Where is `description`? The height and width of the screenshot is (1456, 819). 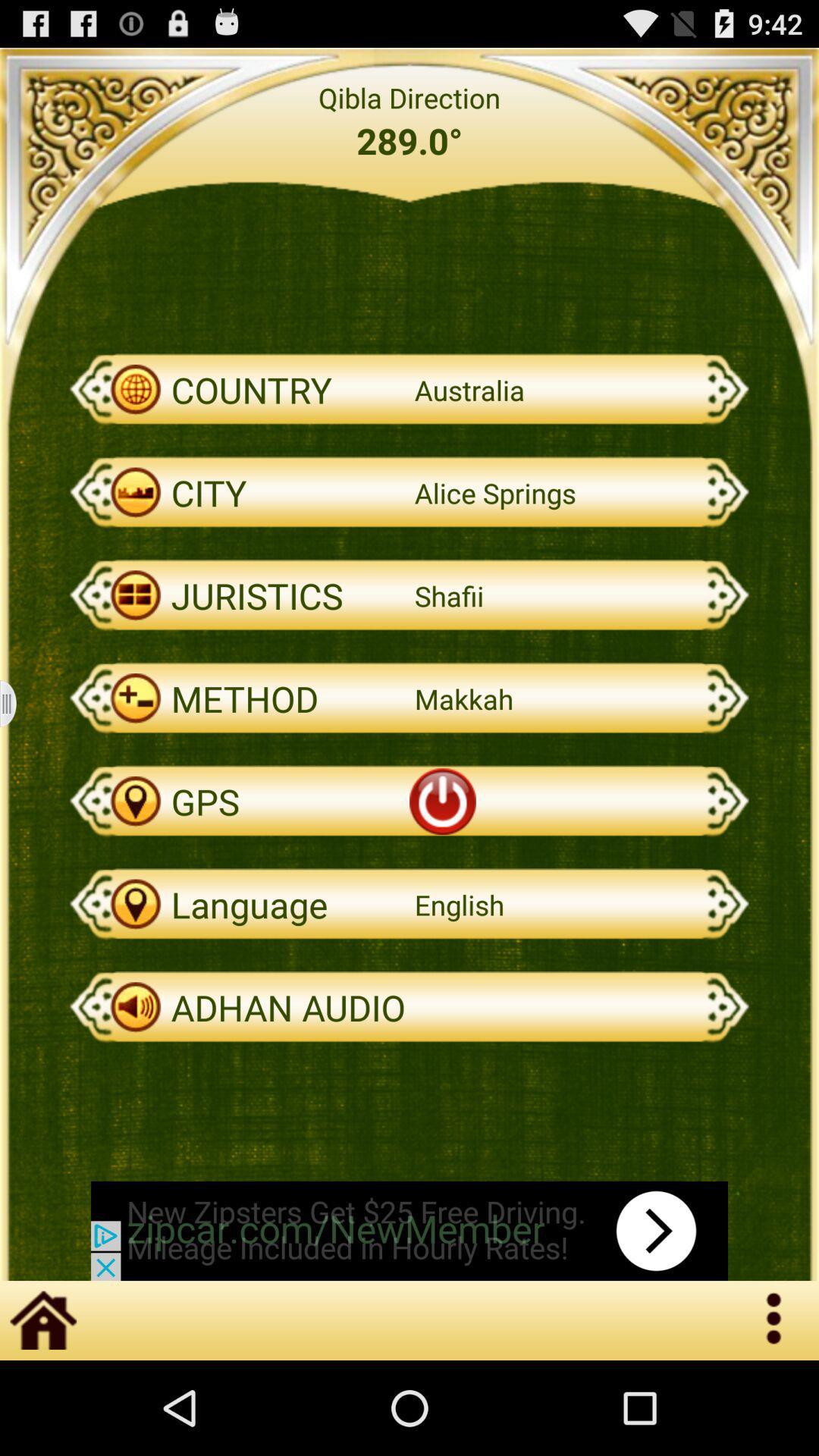
description is located at coordinates (17, 703).